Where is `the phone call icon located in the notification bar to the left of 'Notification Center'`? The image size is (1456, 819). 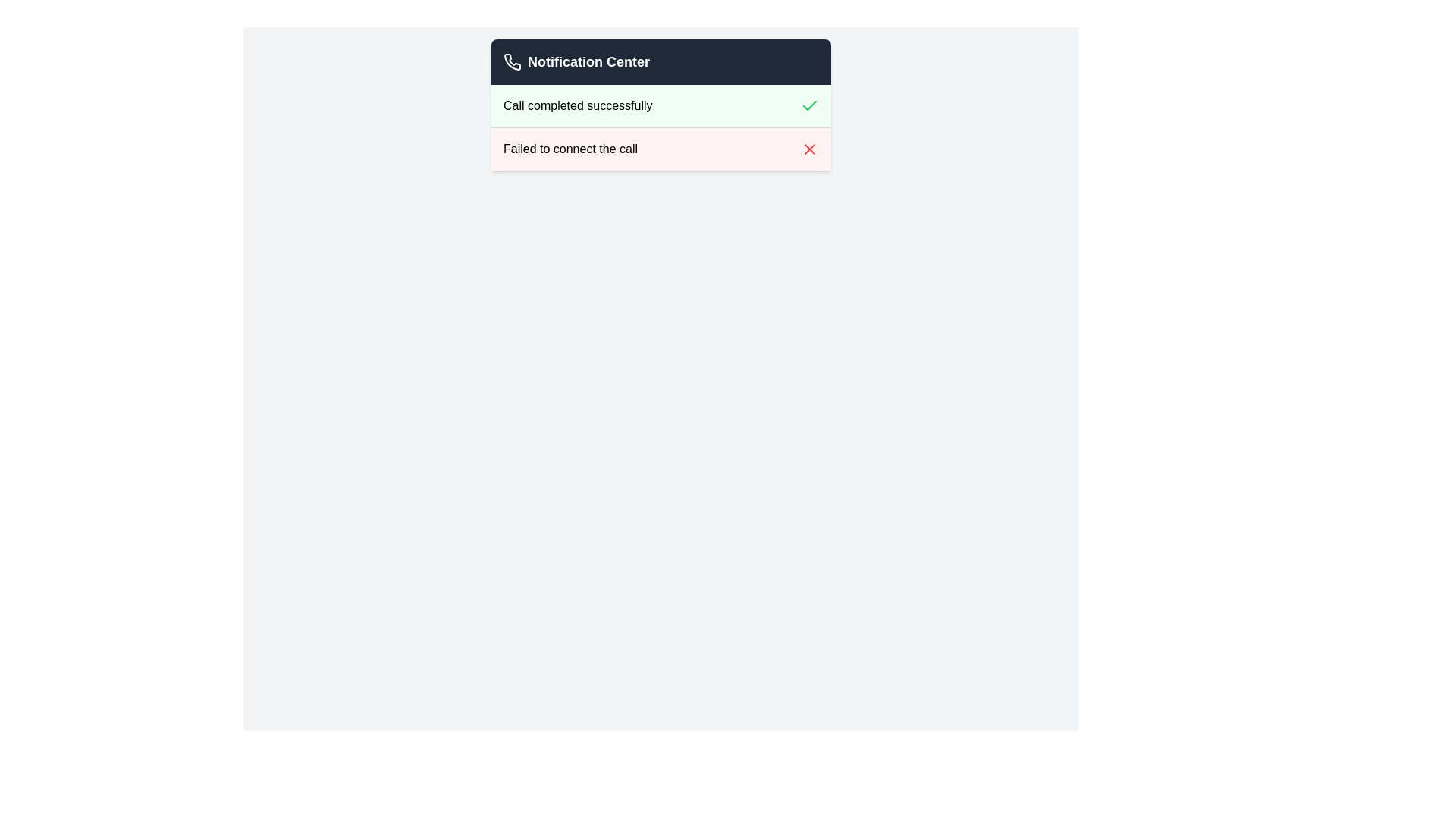
the phone call icon located in the notification bar to the left of 'Notification Center' is located at coordinates (513, 61).